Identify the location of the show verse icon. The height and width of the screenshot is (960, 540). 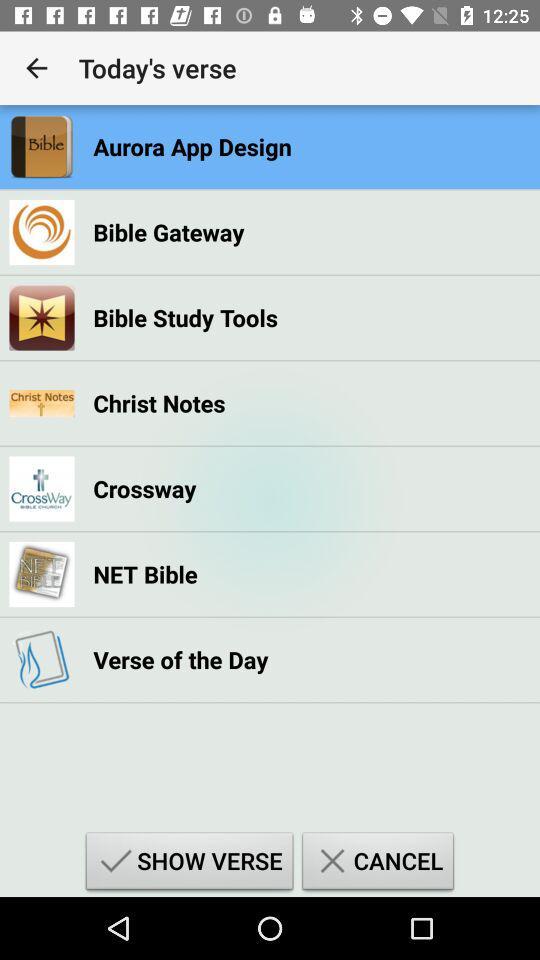
(189, 863).